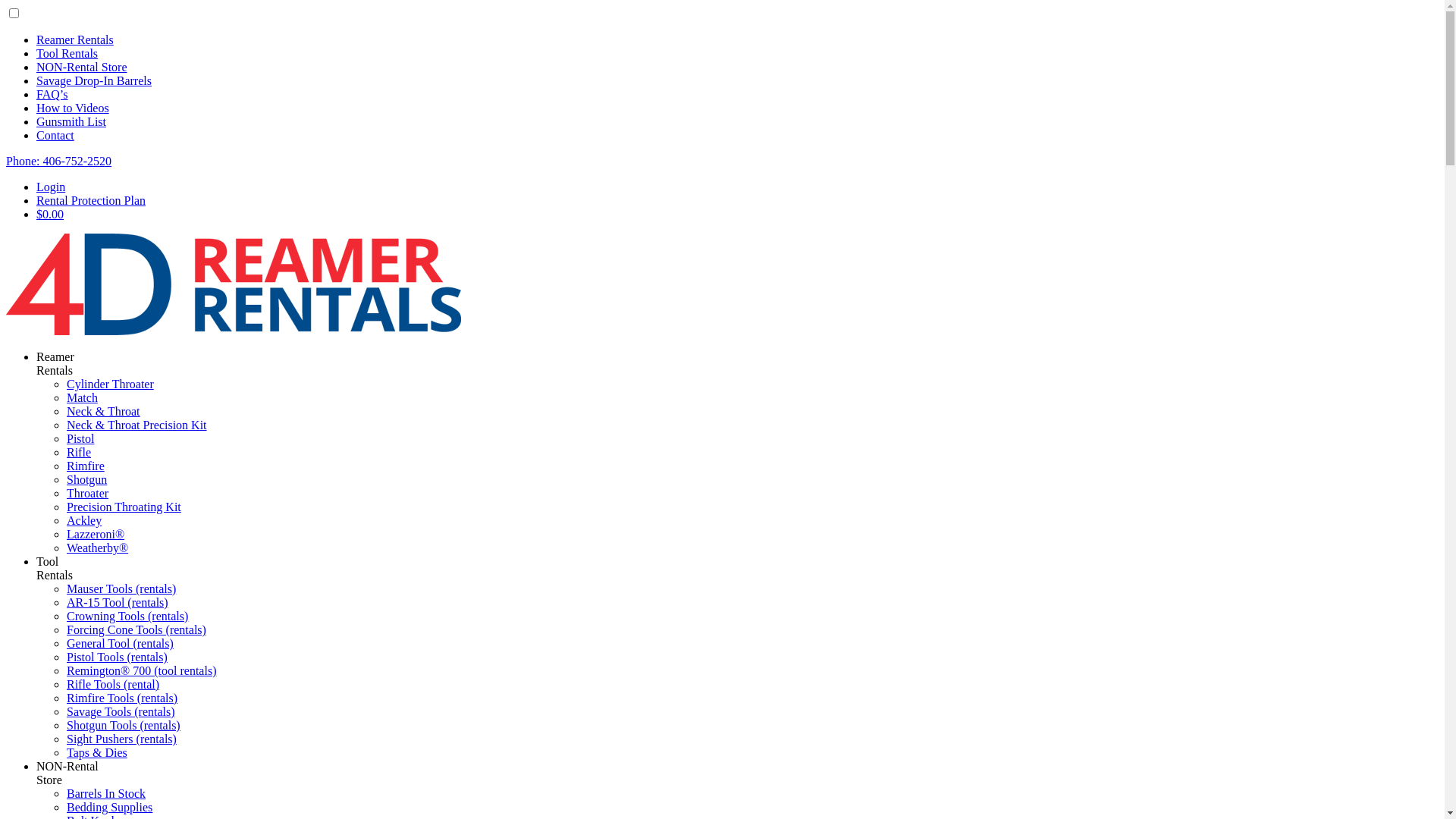 The width and height of the screenshot is (1456, 819). Describe the element at coordinates (120, 711) in the screenshot. I see `'Savage Tools (rentals)'` at that location.